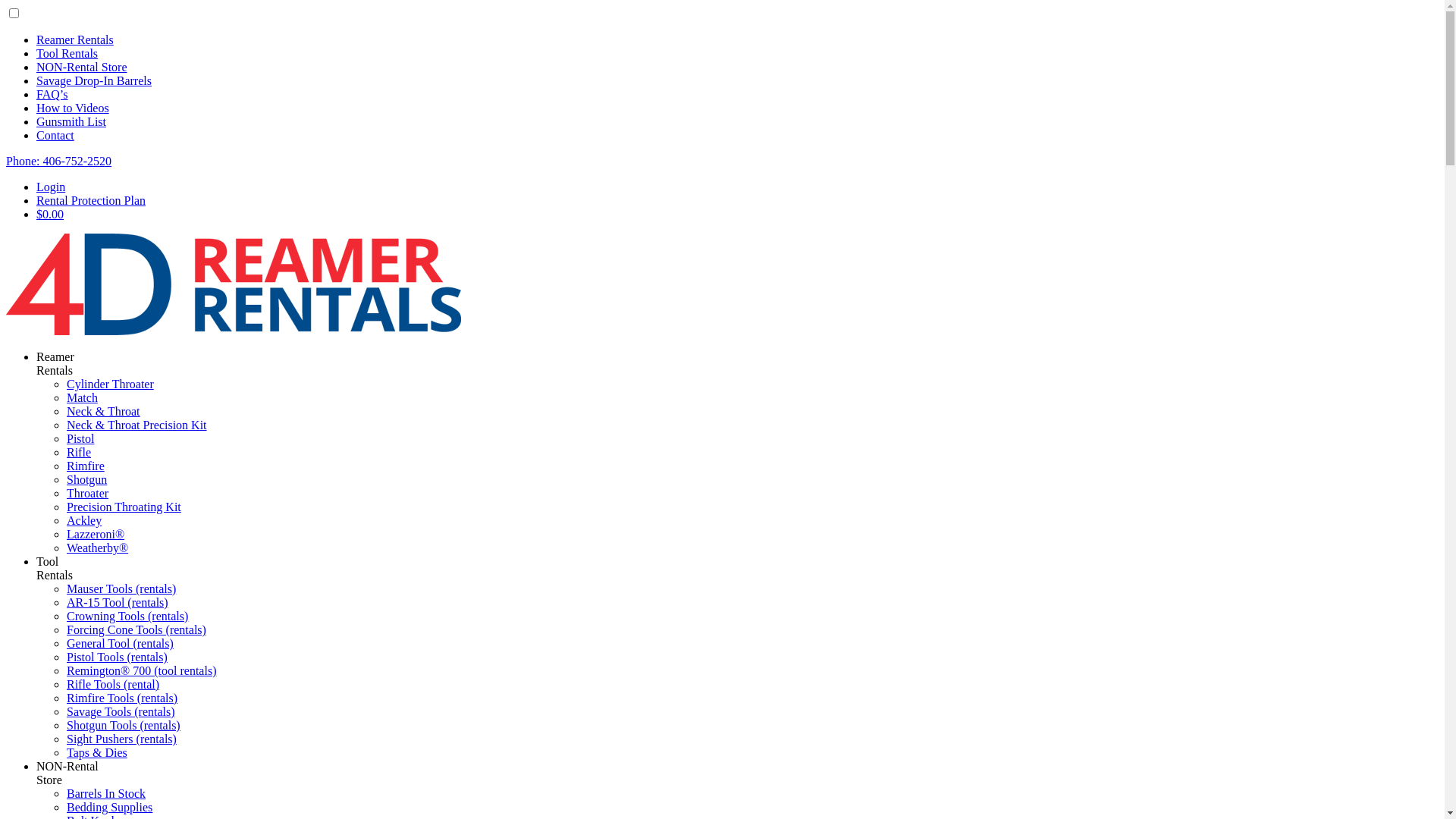 The width and height of the screenshot is (1456, 819). Describe the element at coordinates (120, 711) in the screenshot. I see `'Savage Tools (rentals)'` at that location.